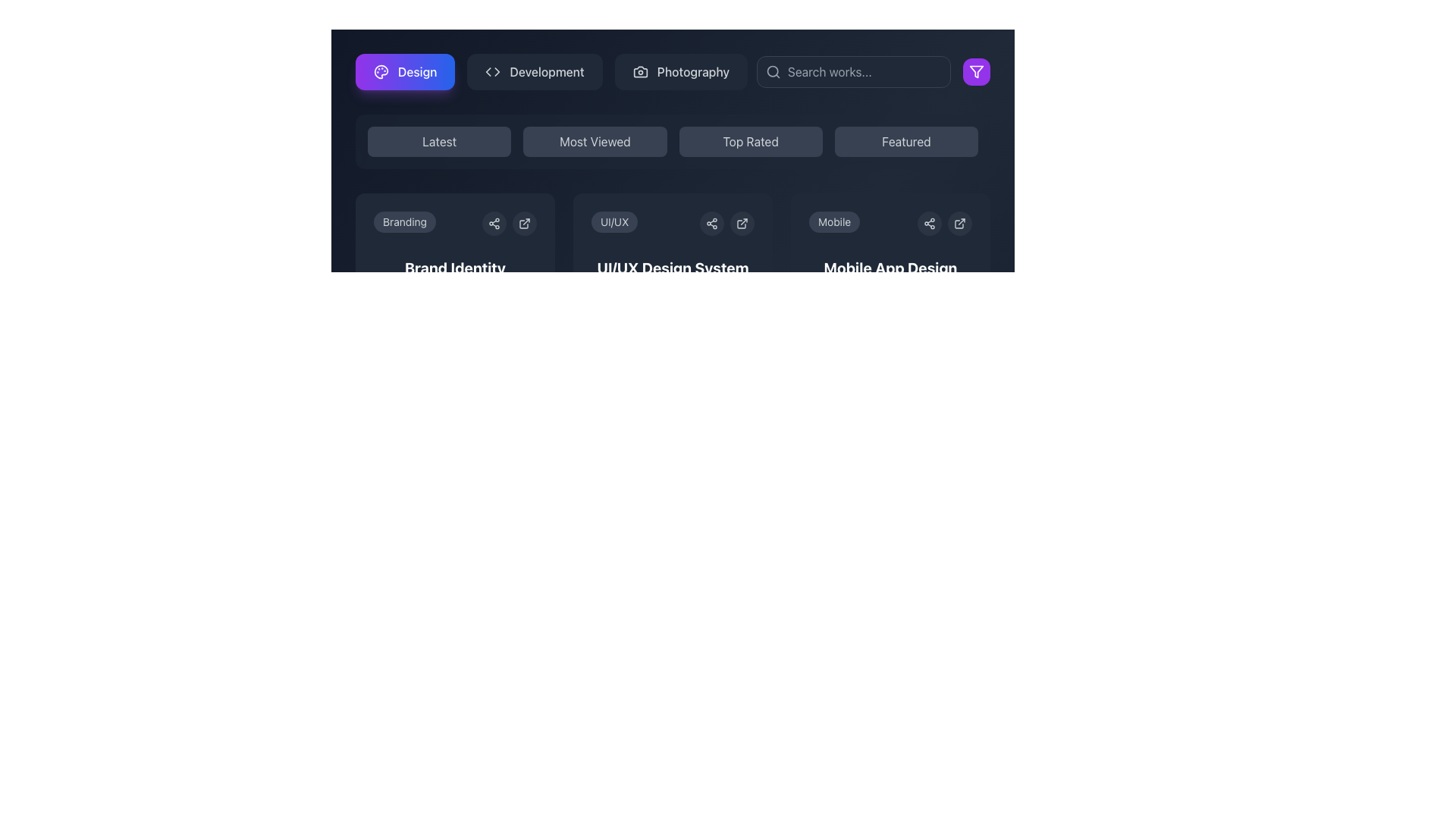  Describe the element at coordinates (594, 141) in the screenshot. I see `the 'Most Viewed' button, which is a rectangular button with rounded corners and a dark gray background` at that location.